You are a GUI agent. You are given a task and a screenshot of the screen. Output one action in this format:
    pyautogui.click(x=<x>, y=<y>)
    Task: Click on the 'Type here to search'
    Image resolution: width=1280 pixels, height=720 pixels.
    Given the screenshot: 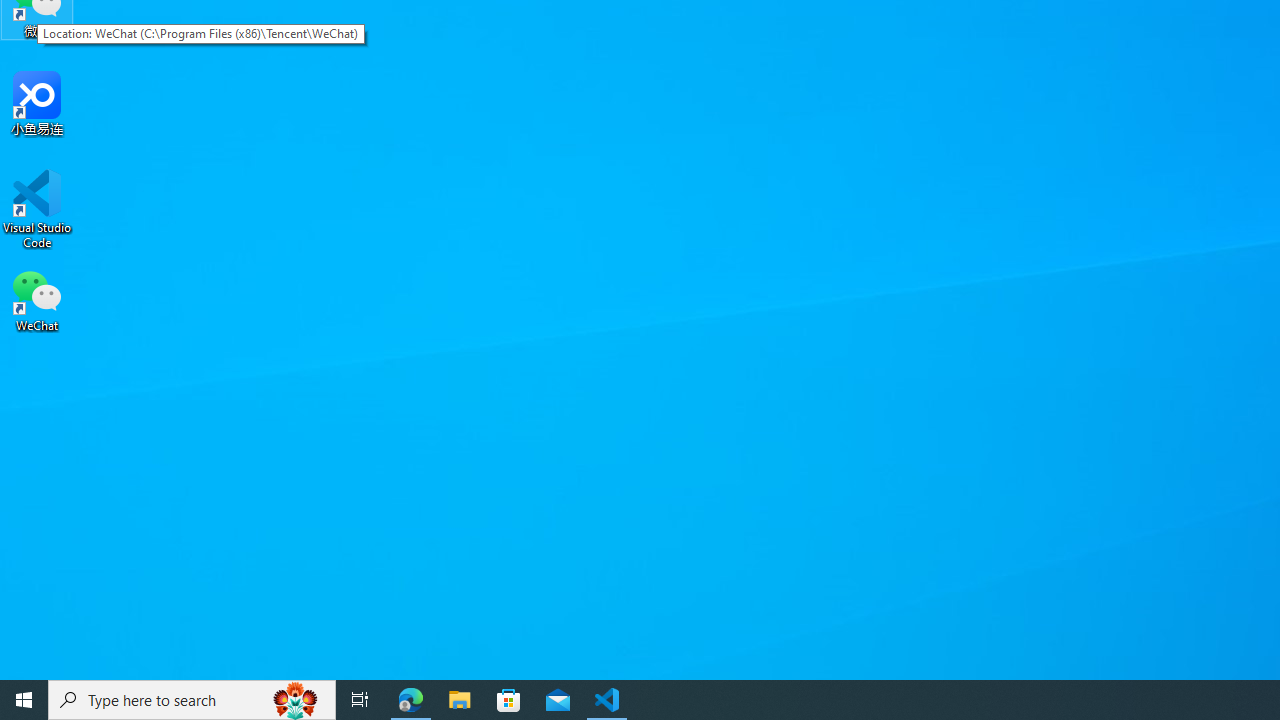 What is the action you would take?
    pyautogui.click(x=192, y=698)
    